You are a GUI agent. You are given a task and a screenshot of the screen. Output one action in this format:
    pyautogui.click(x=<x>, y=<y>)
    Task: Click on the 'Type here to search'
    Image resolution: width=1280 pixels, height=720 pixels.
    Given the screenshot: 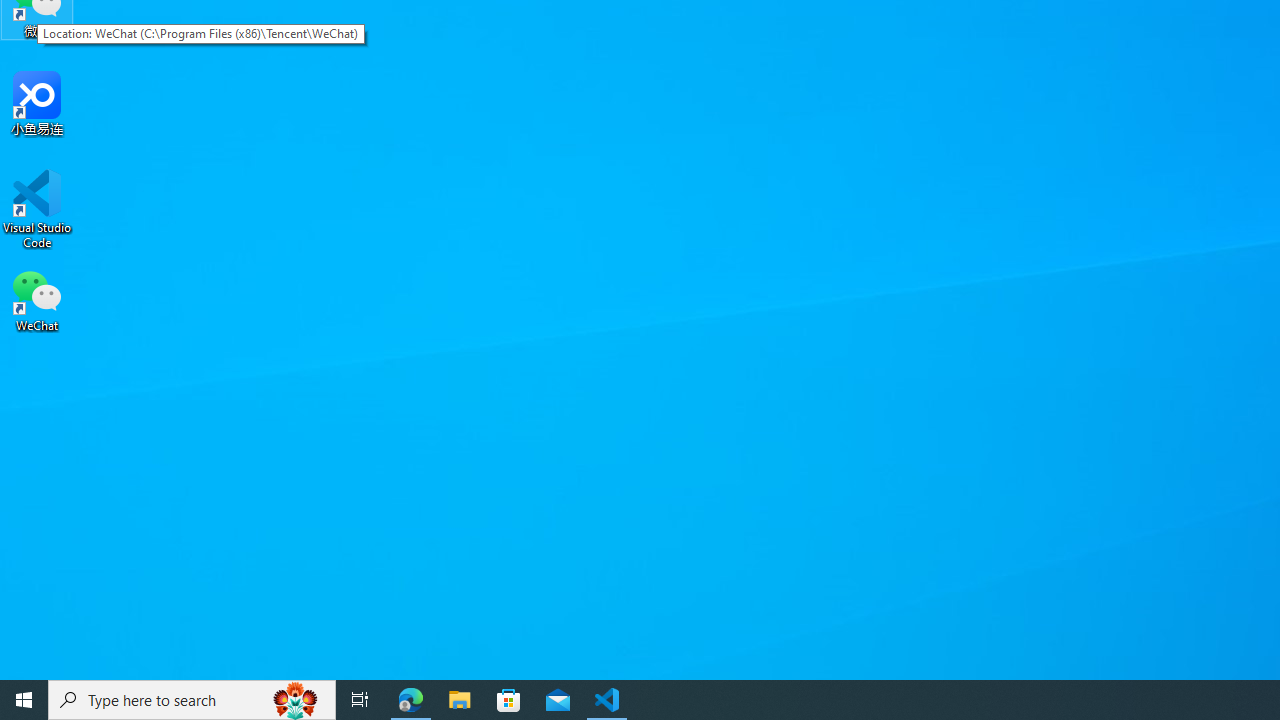 What is the action you would take?
    pyautogui.click(x=192, y=698)
    